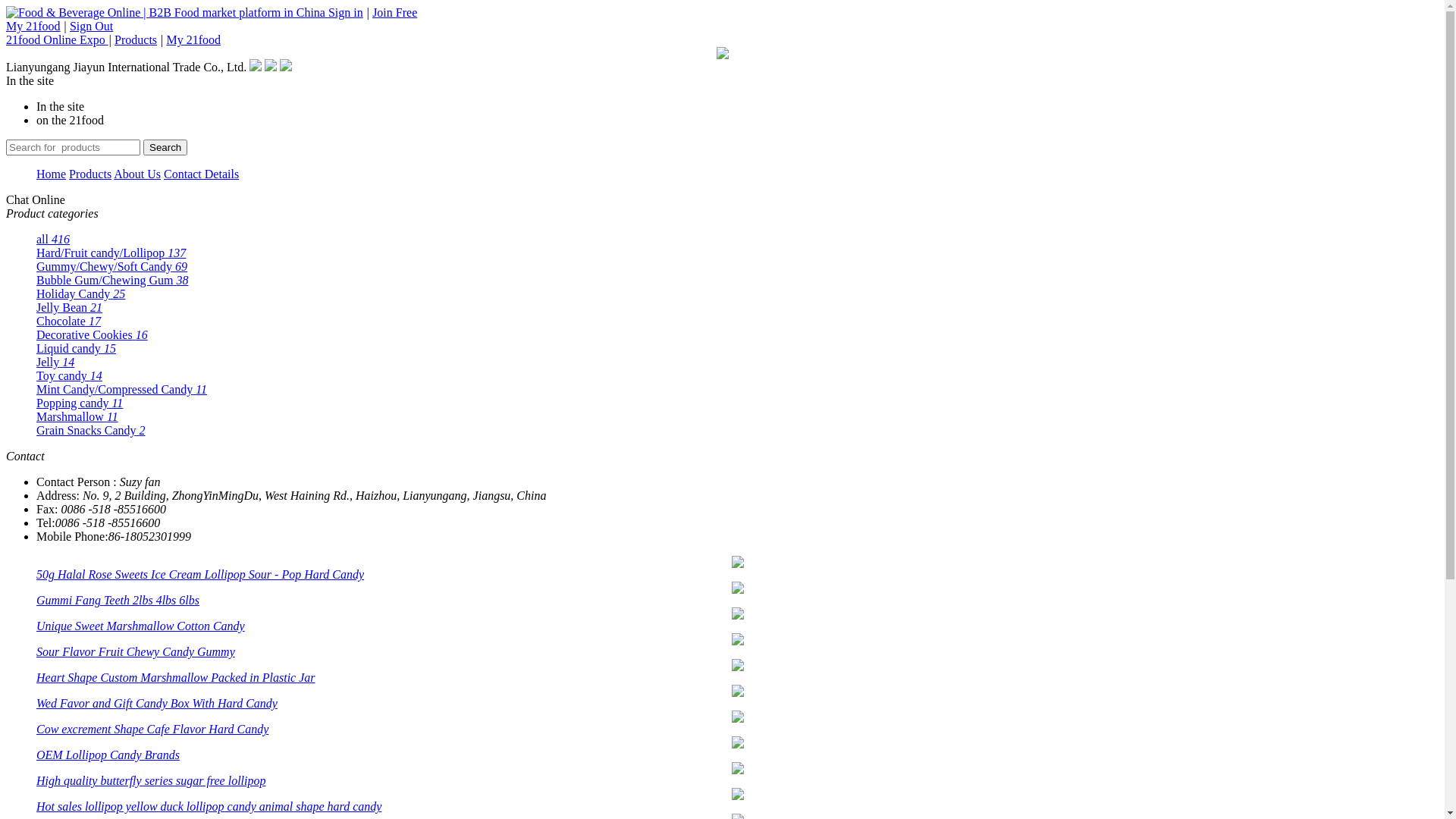 The image size is (1456, 819). Describe the element at coordinates (91, 334) in the screenshot. I see `'Decorative Cookies 16'` at that location.